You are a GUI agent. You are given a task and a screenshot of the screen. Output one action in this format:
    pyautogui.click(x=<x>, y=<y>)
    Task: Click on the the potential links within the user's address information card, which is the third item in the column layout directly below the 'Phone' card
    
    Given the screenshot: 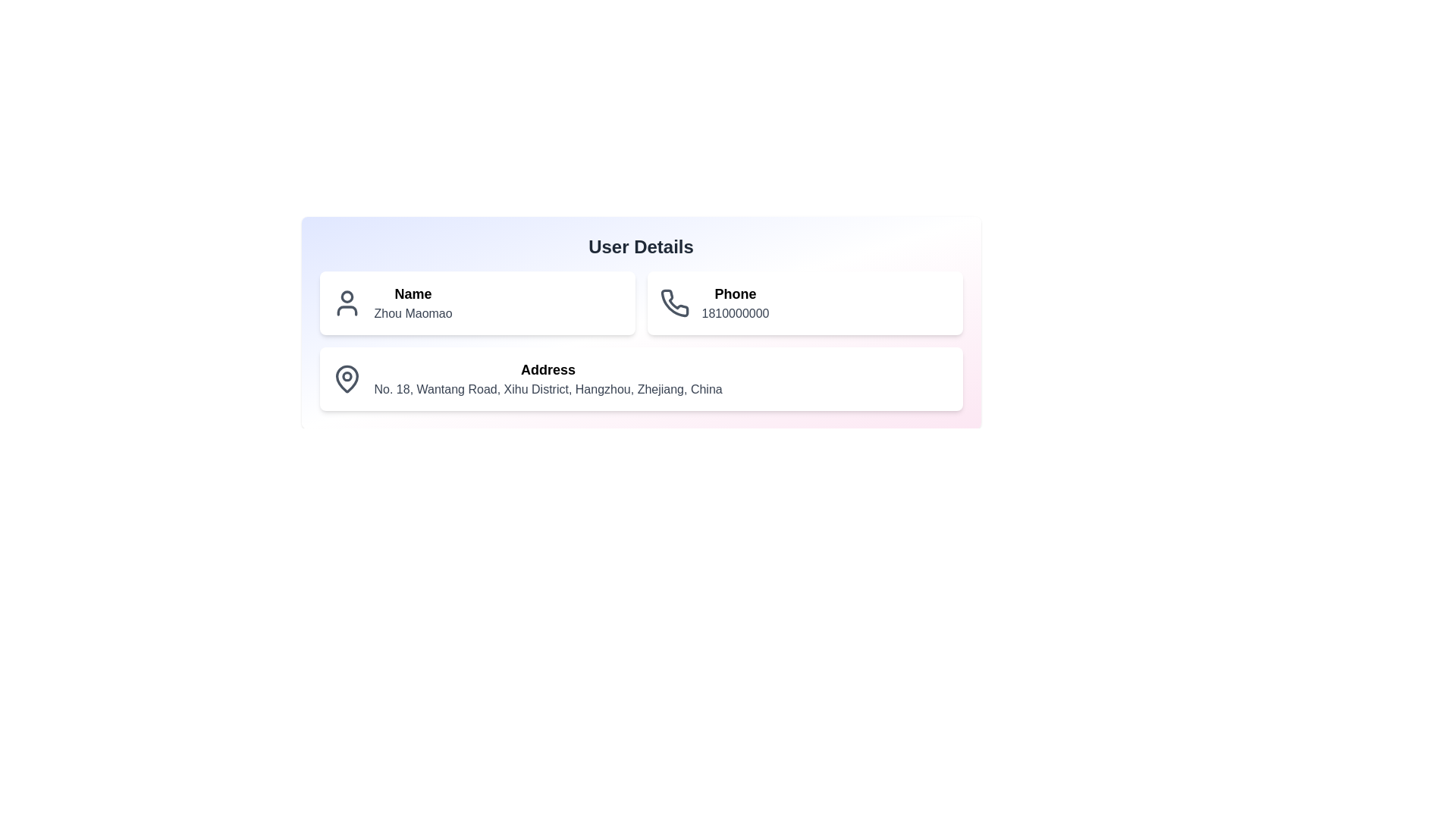 What is the action you would take?
    pyautogui.click(x=641, y=378)
    